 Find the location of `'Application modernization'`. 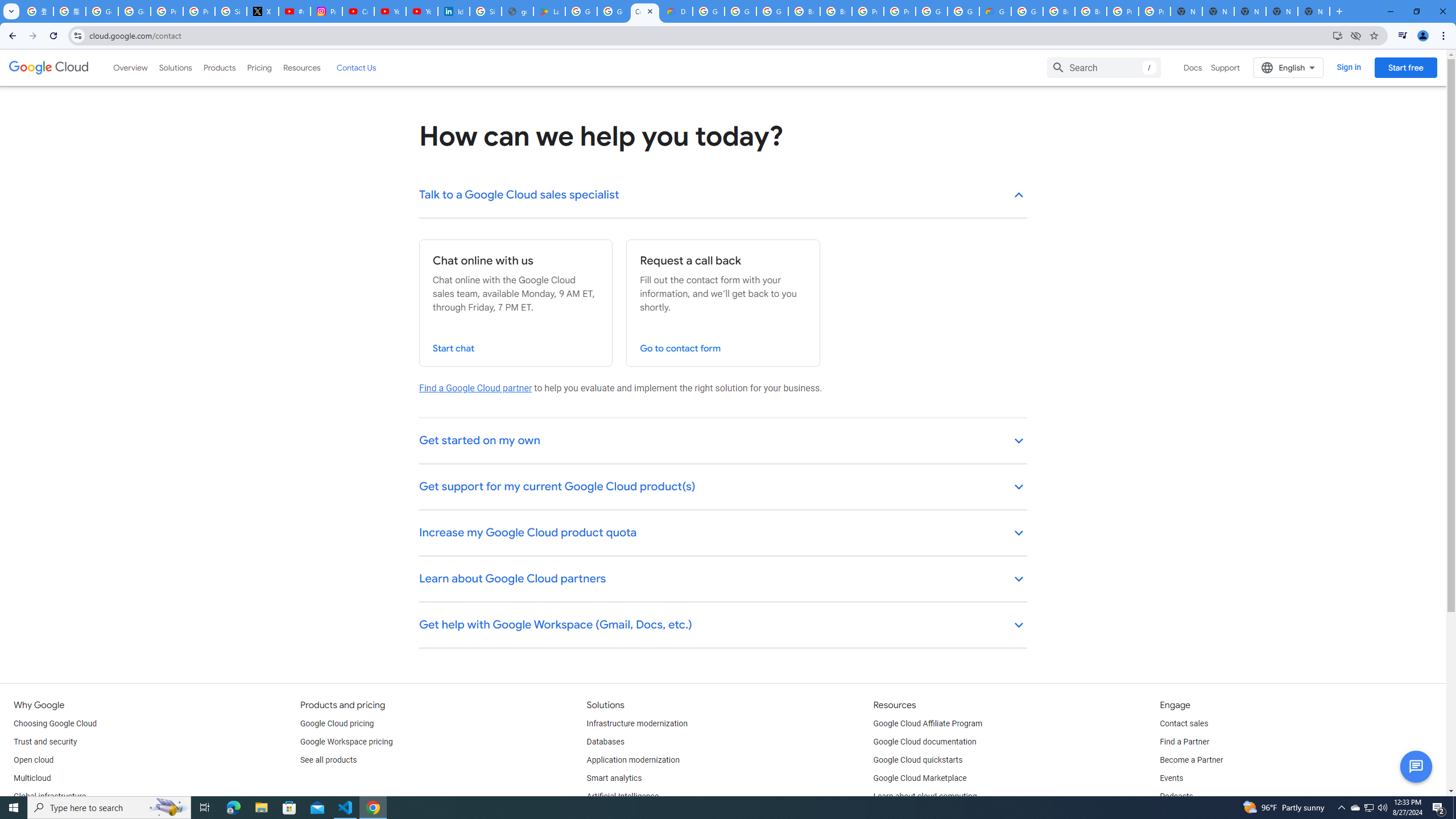

'Application modernization' is located at coordinates (632, 760).